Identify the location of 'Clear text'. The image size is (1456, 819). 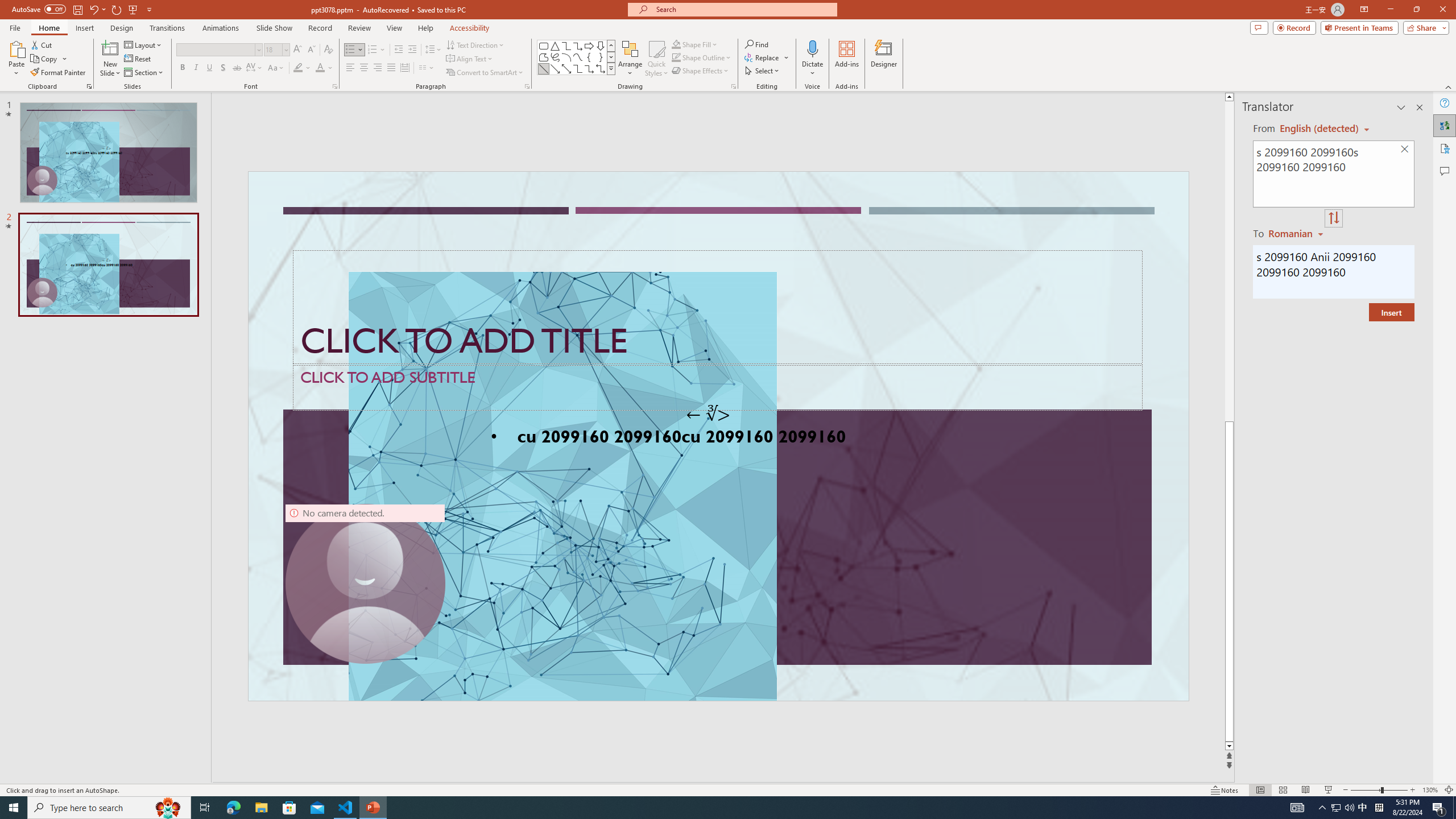
(1405, 150).